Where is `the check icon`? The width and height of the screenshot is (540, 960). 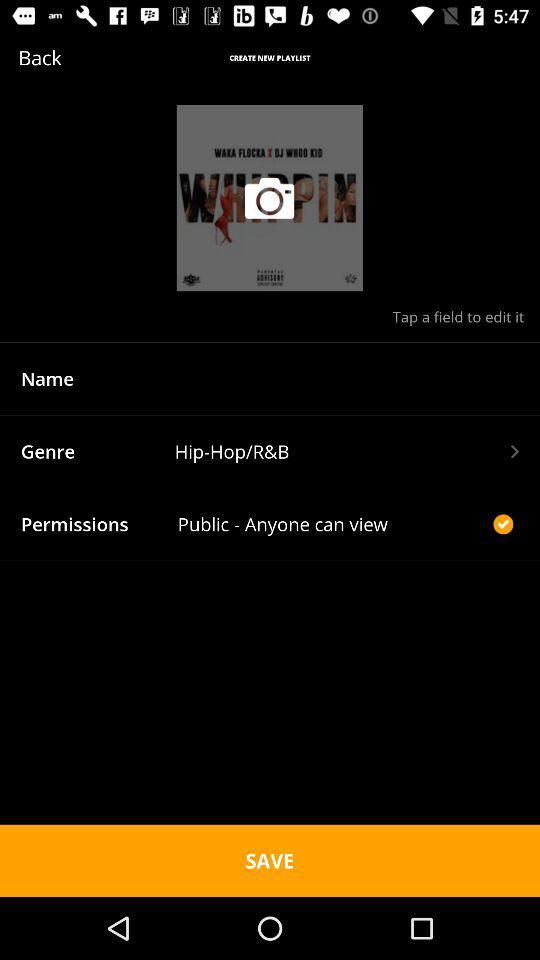 the check icon is located at coordinates (502, 523).